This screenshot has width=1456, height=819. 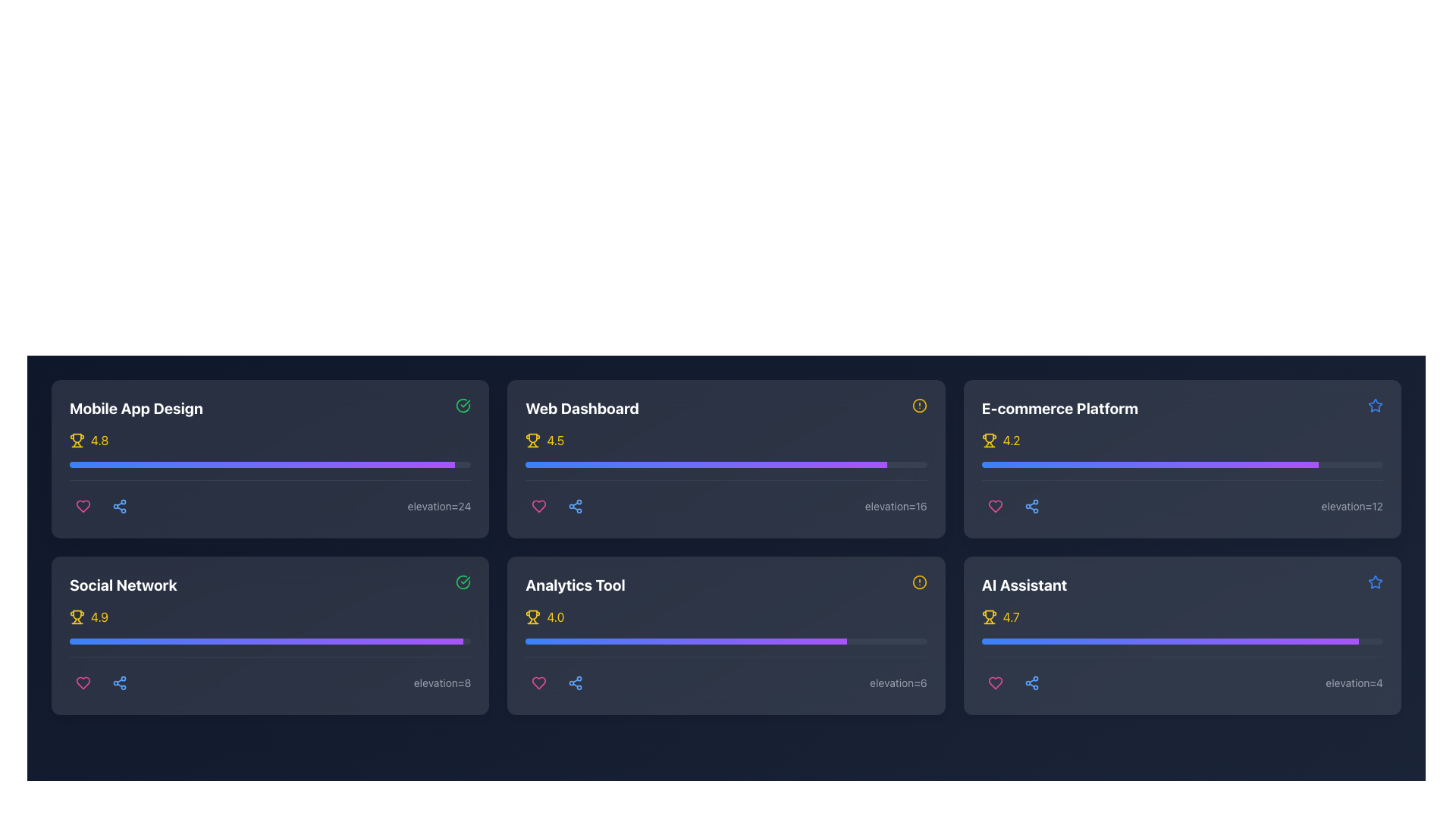 What do you see at coordinates (76, 441) in the screenshot?
I see `the trophy icon representing the achievement for the 'Mobile App Design' card, located in the top row and first column of the grid layout` at bounding box center [76, 441].